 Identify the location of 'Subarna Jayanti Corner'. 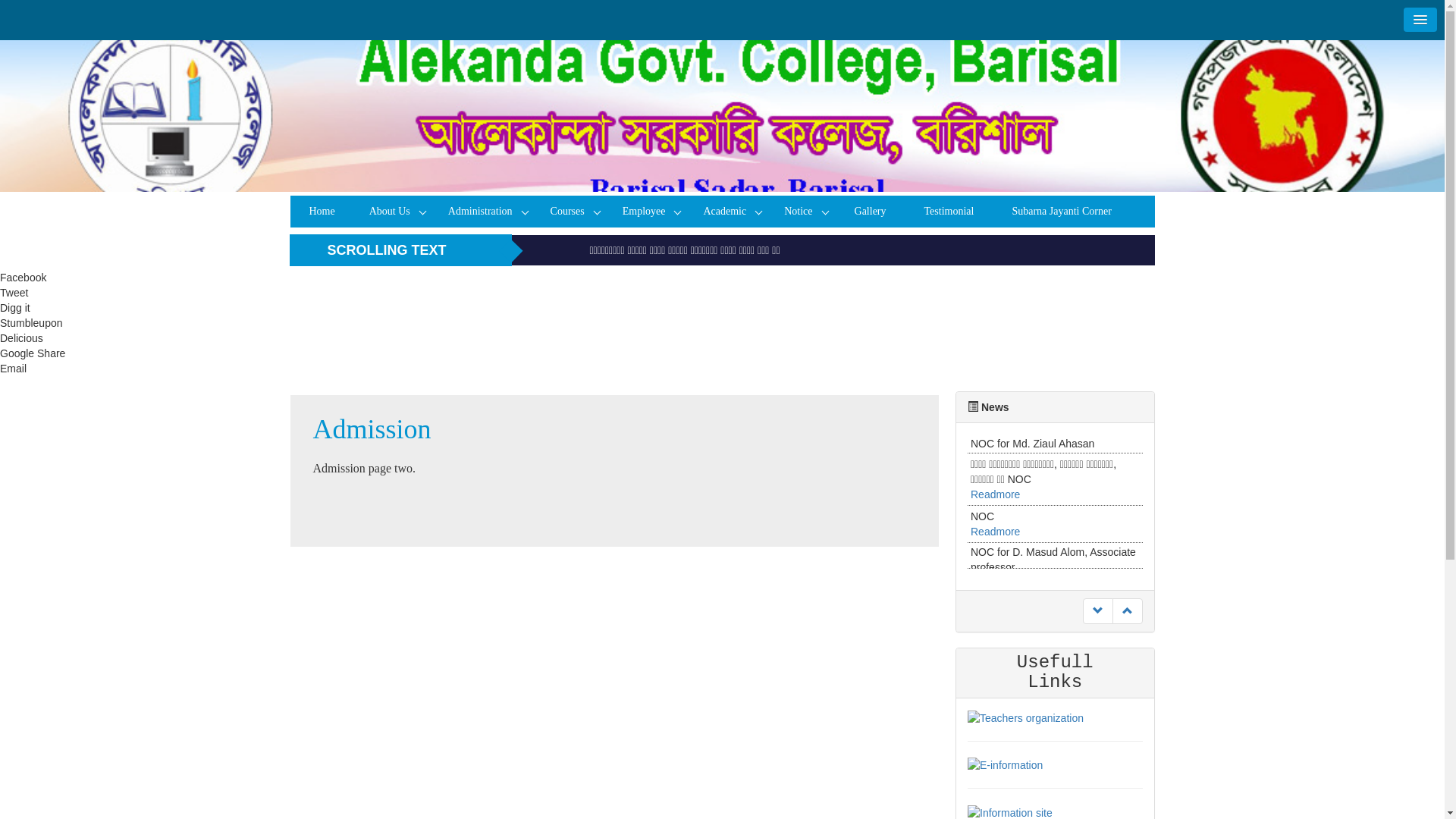
(1060, 211).